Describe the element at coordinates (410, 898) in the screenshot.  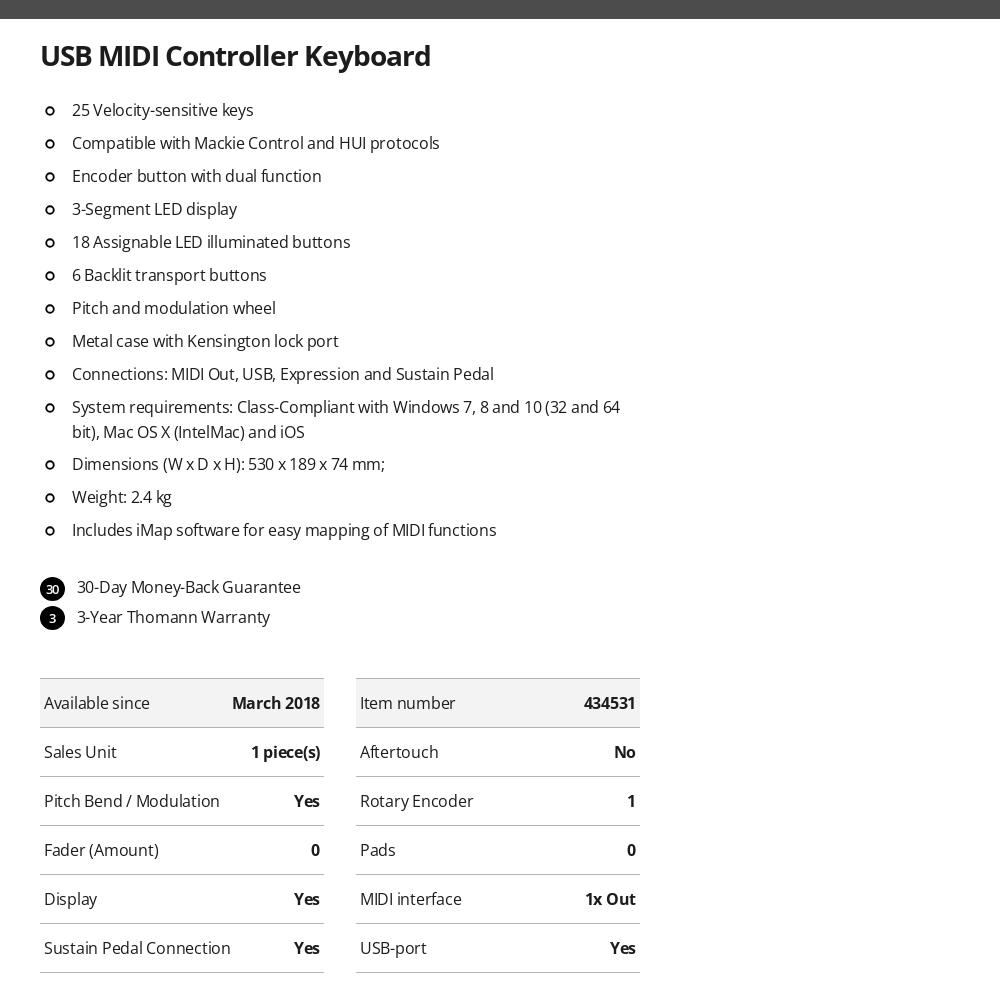
I see `'MIDI interface'` at that location.